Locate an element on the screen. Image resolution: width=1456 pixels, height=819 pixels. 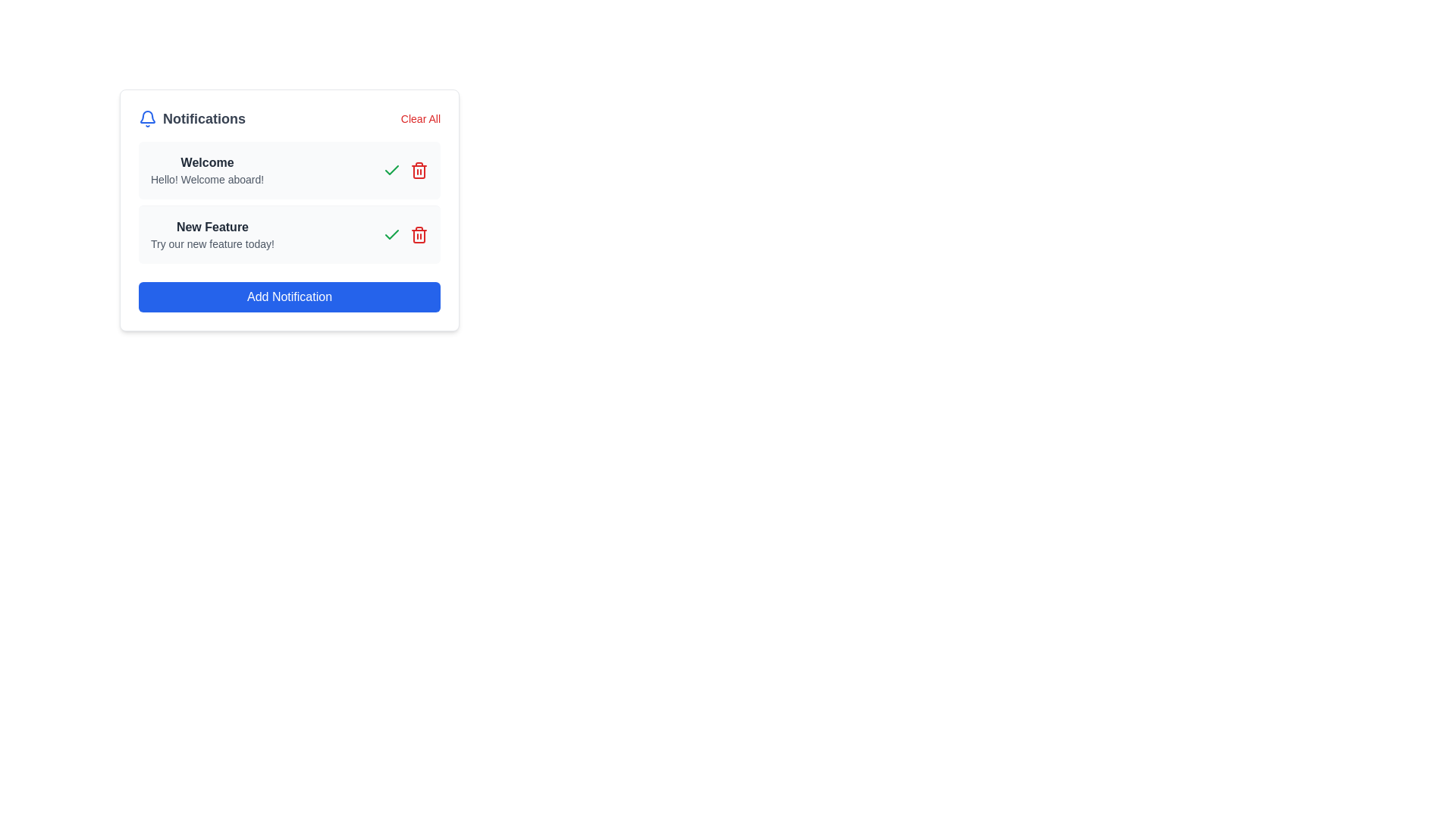
the bold 'Welcome' text label in the notification card, which is prominently positioned above the smaller text 'Hello! Welcome aboard!' is located at coordinates (206, 163).